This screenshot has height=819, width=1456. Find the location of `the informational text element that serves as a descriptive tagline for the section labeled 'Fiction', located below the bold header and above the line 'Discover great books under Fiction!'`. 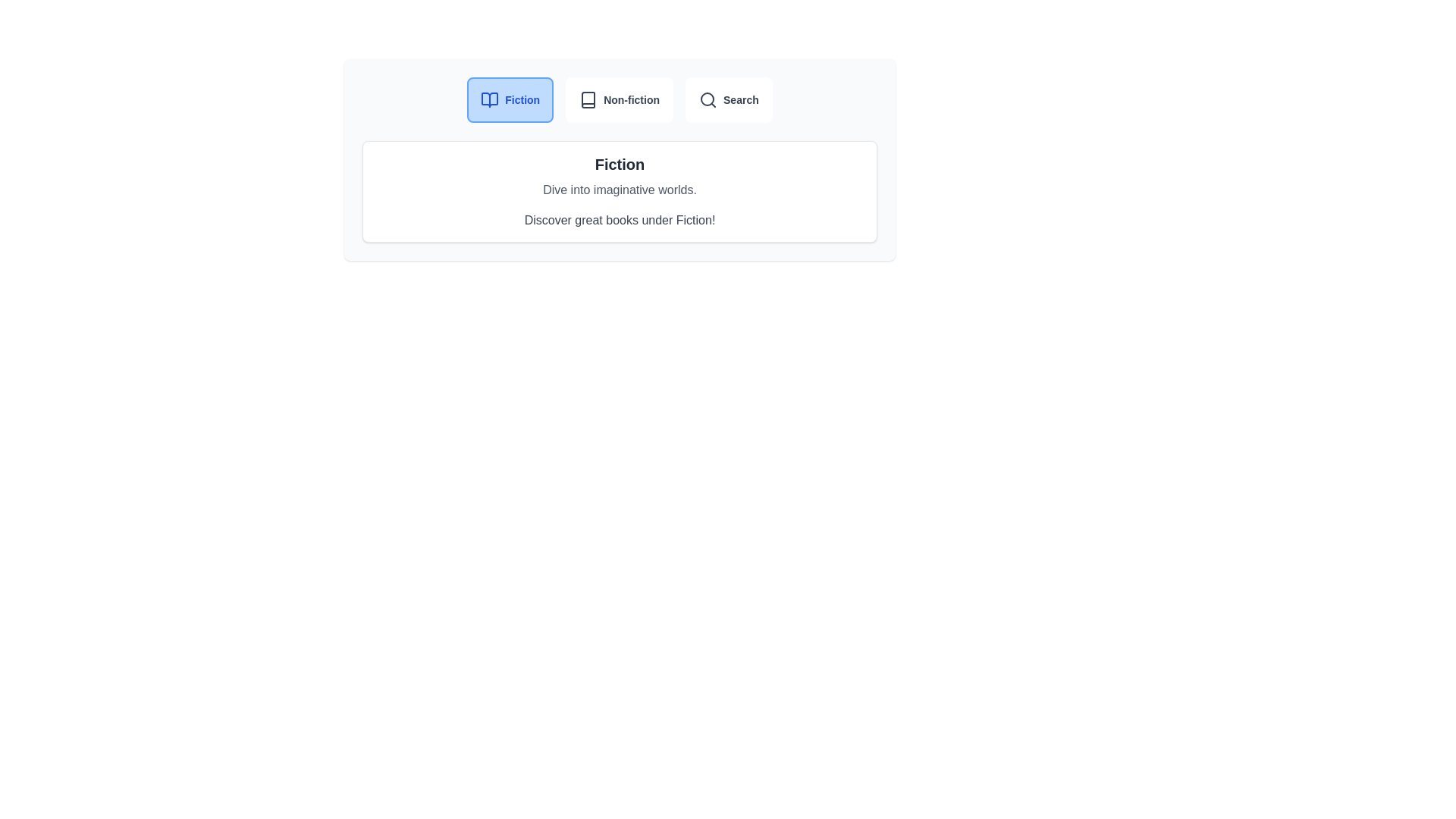

the informational text element that serves as a descriptive tagline for the section labeled 'Fiction', located below the bold header and above the line 'Discover great books under Fiction!' is located at coordinates (620, 189).